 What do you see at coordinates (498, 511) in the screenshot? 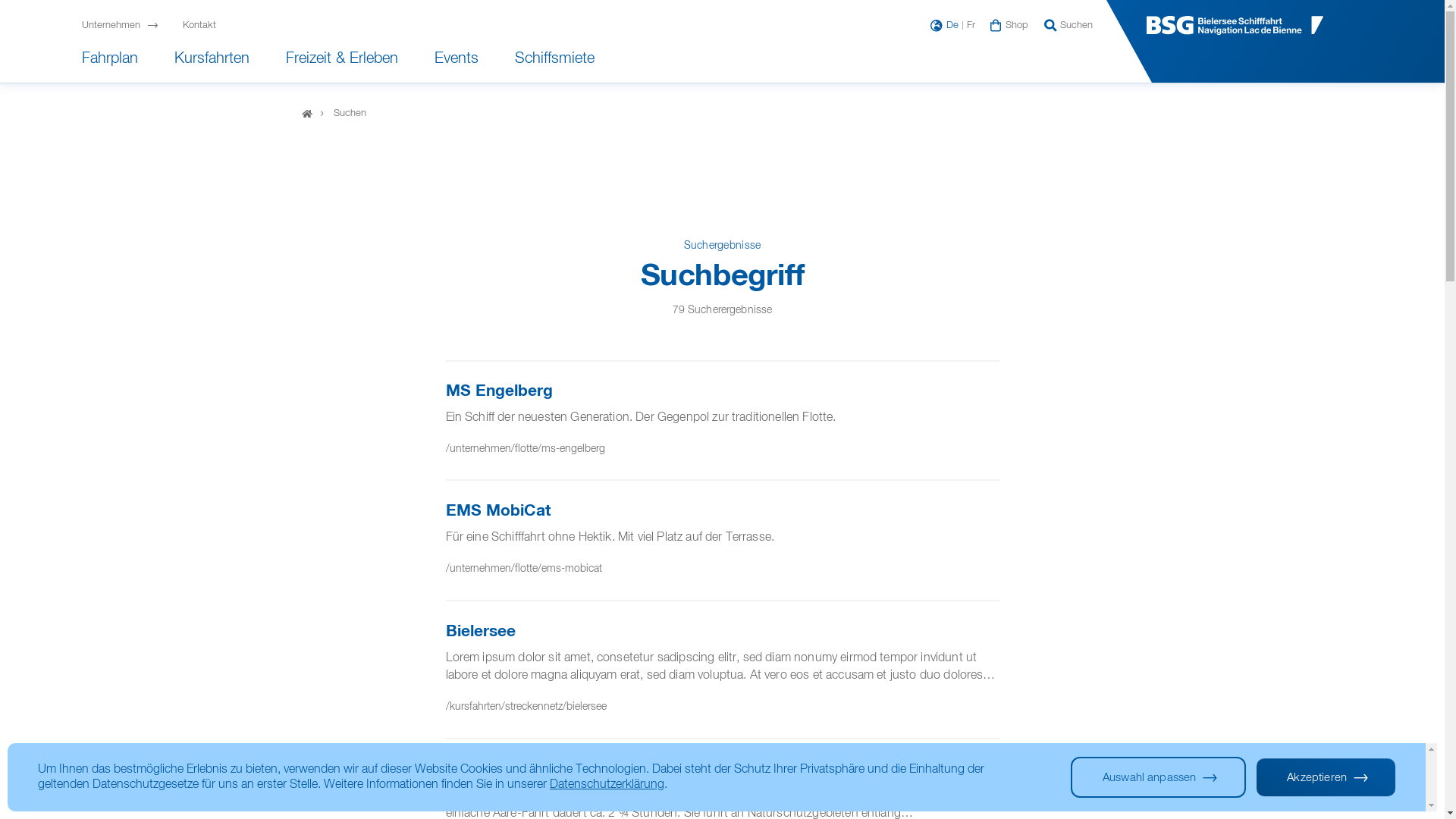
I see `'EMS MobiCat'` at bounding box center [498, 511].